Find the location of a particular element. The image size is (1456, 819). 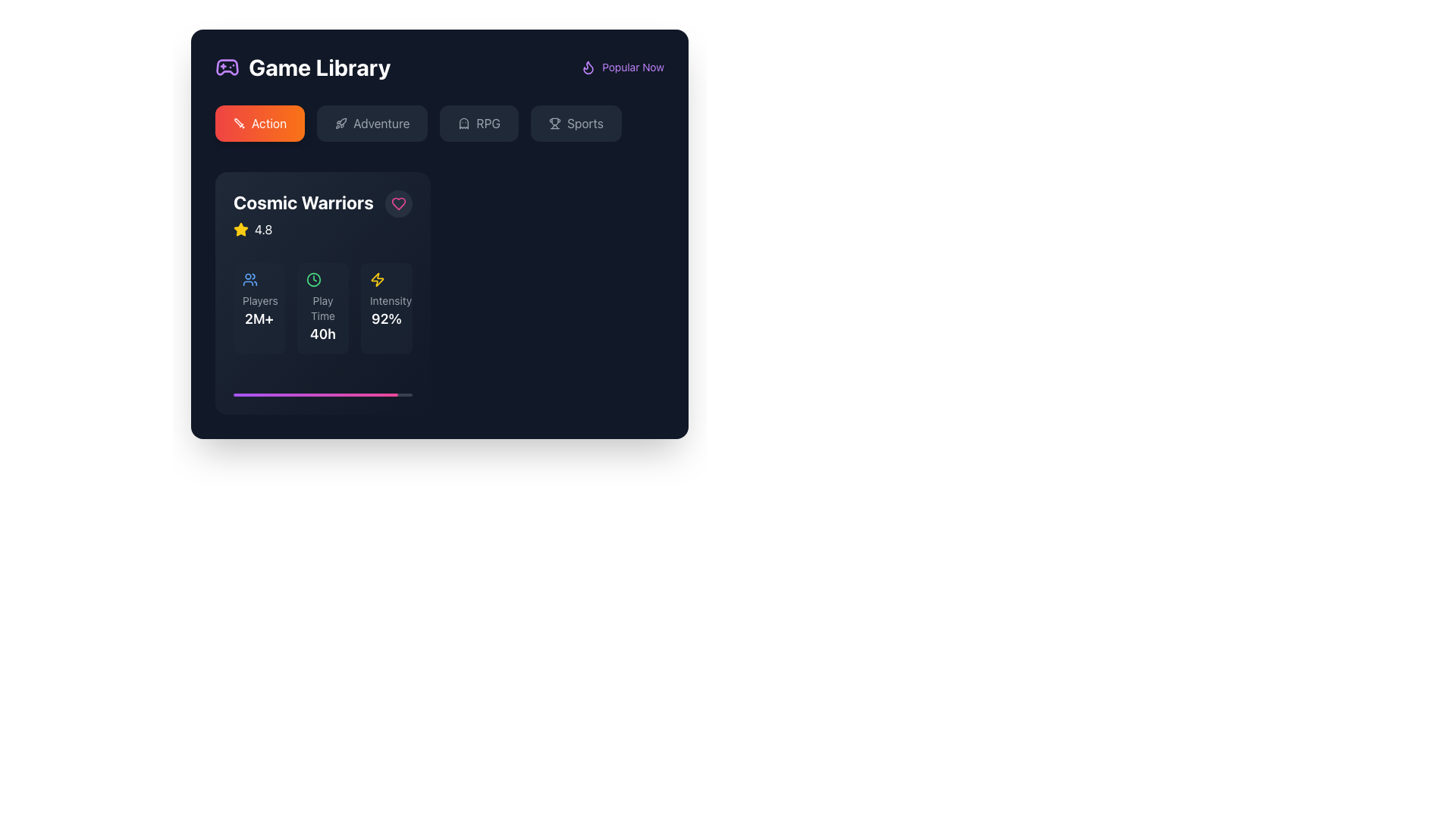

the 'Sports' button located at the right end of the navigation bar is located at coordinates (585, 122).